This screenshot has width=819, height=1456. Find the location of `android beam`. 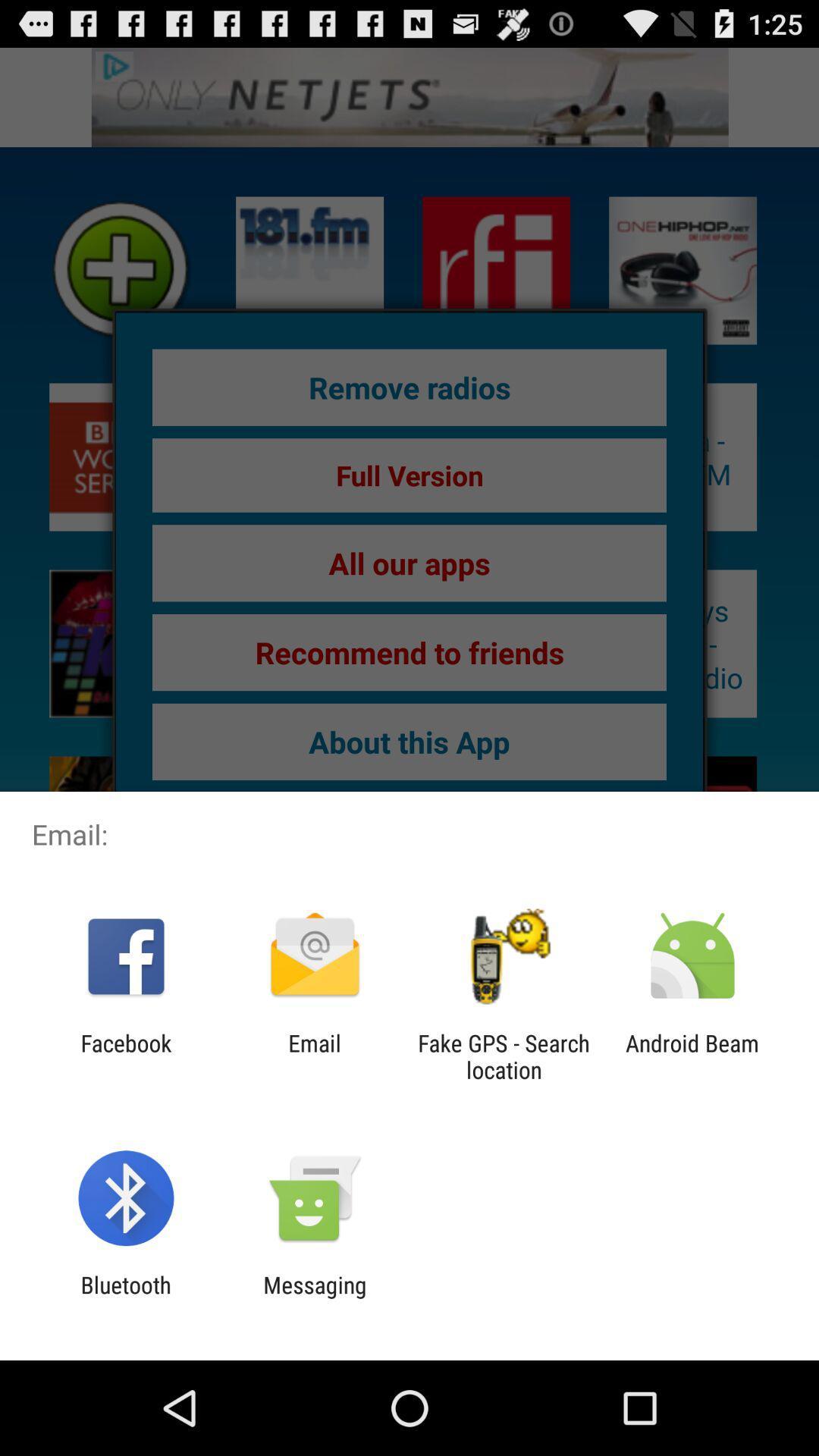

android beam is located at coordinates (692, 1056).